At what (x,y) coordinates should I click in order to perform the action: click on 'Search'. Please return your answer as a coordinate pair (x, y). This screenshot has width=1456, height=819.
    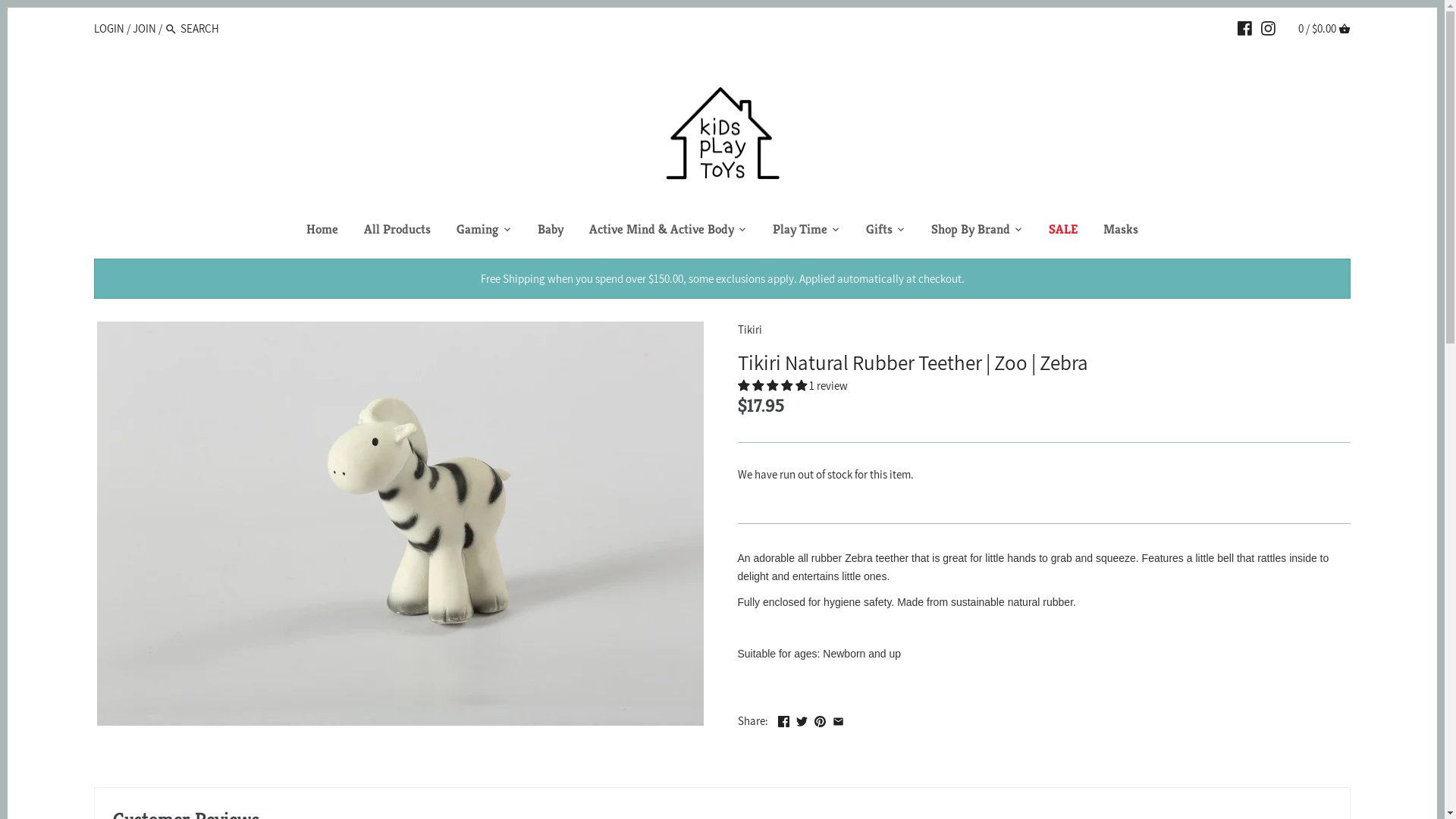
    Looking at the image, I should click on (164, 29).